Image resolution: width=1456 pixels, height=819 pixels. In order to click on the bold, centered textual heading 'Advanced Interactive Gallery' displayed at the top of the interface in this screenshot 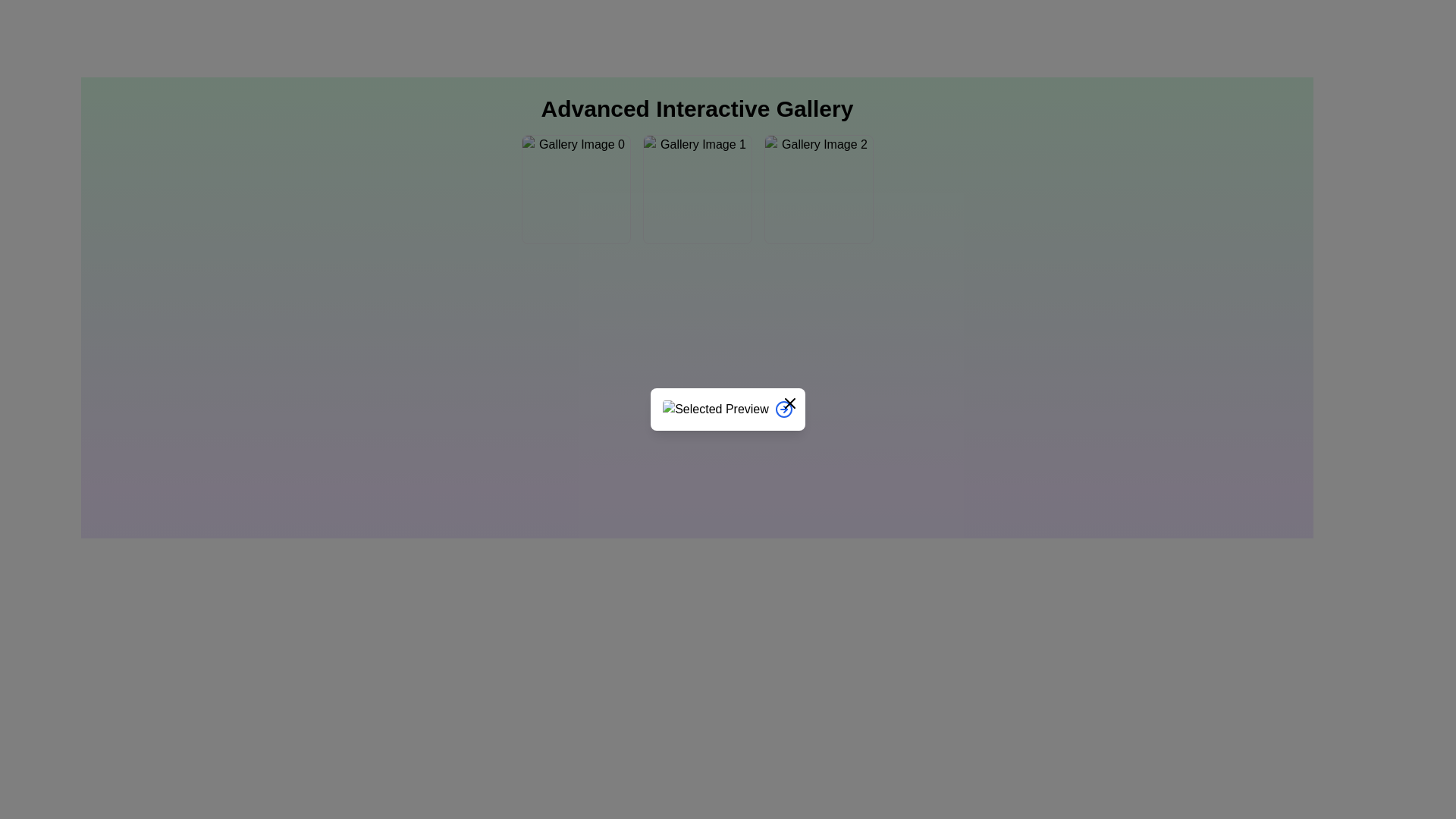, I will do `click(696, 108)`.